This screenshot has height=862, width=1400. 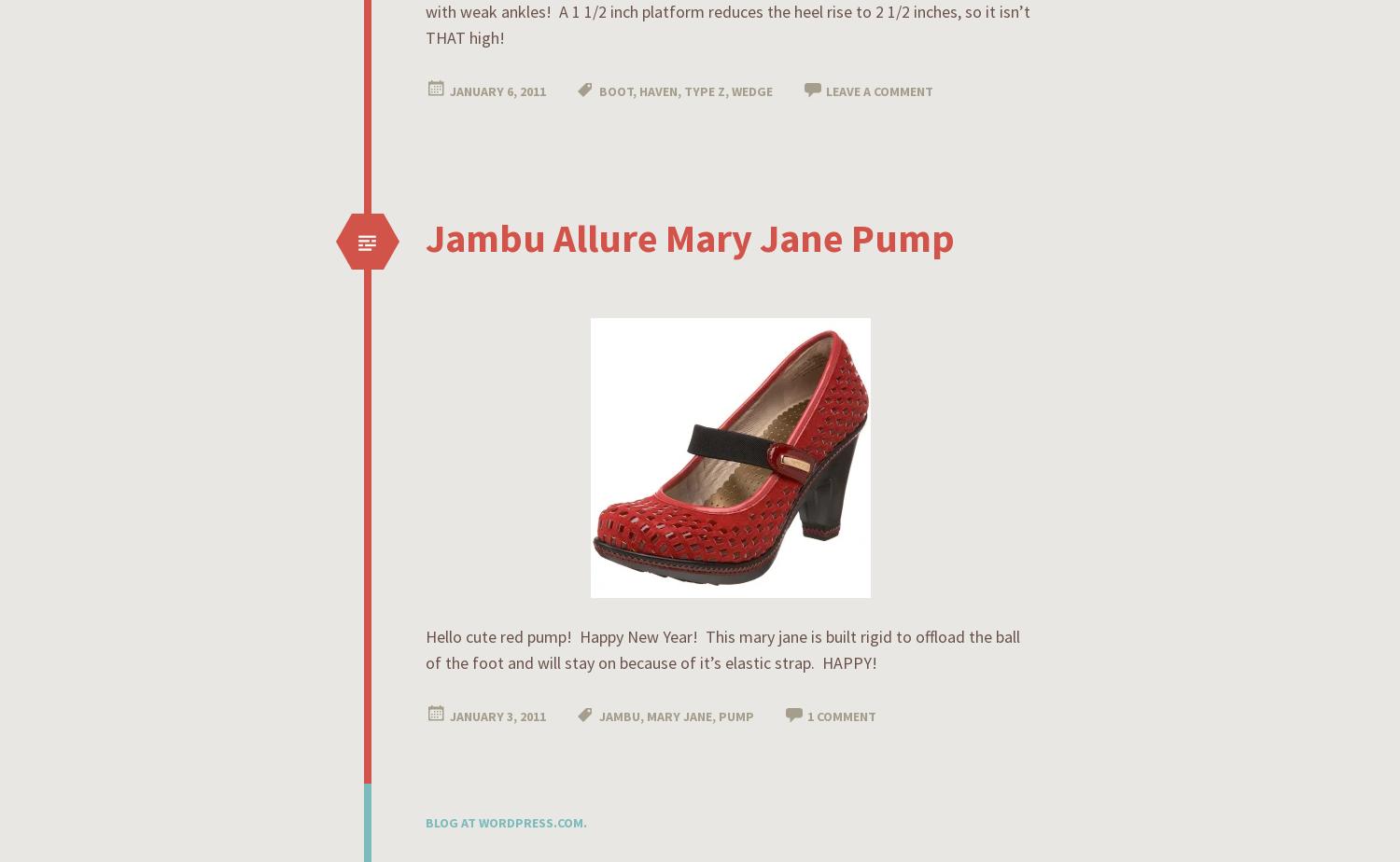 I want to click on 'wedge', so click(x=751, y=91).